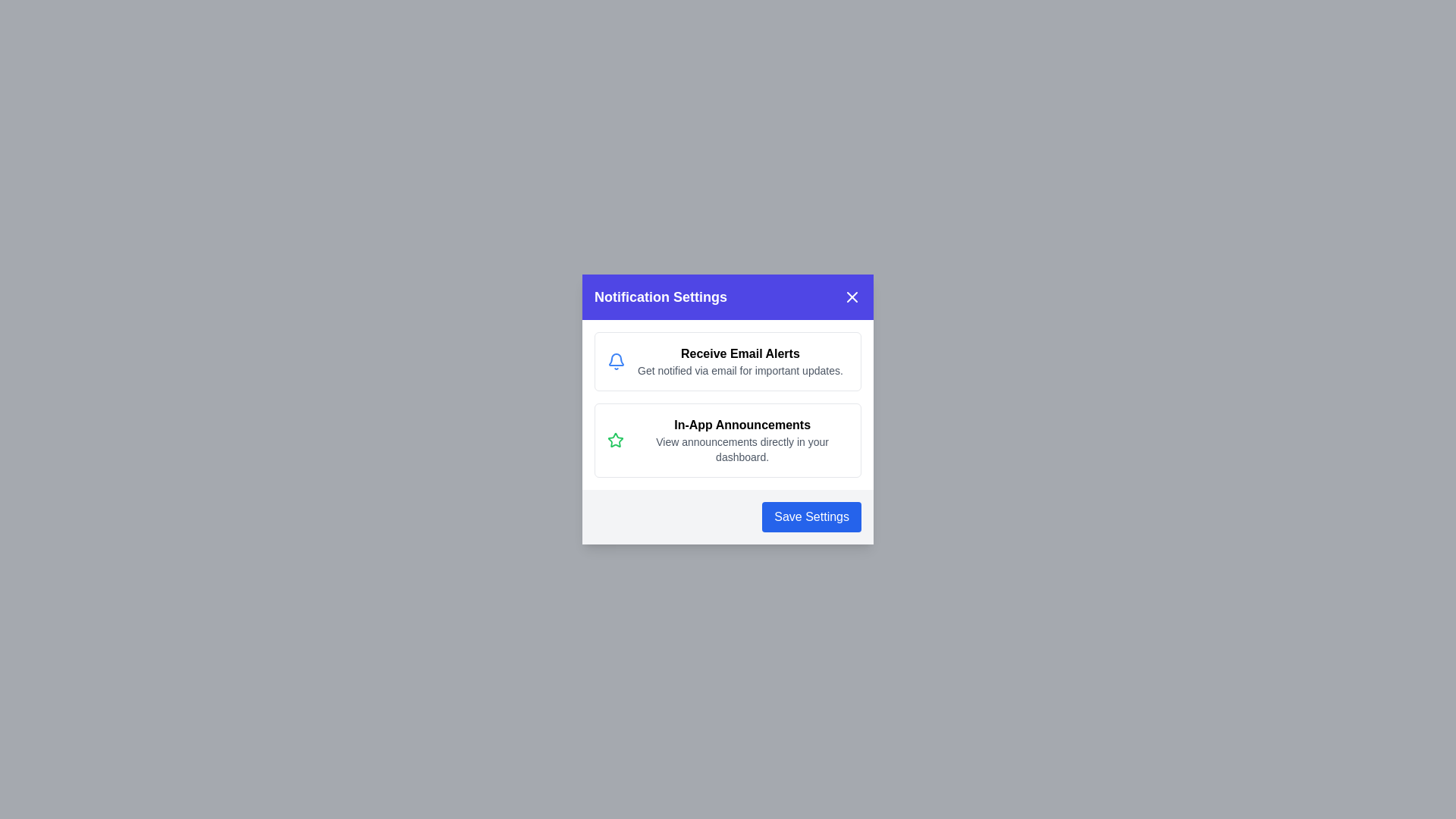  What do you see at coordinates (661, 297) in the screenshot?
I see `the text element Notification Settings to enable selection or copying` at bounding box center [661, 297].